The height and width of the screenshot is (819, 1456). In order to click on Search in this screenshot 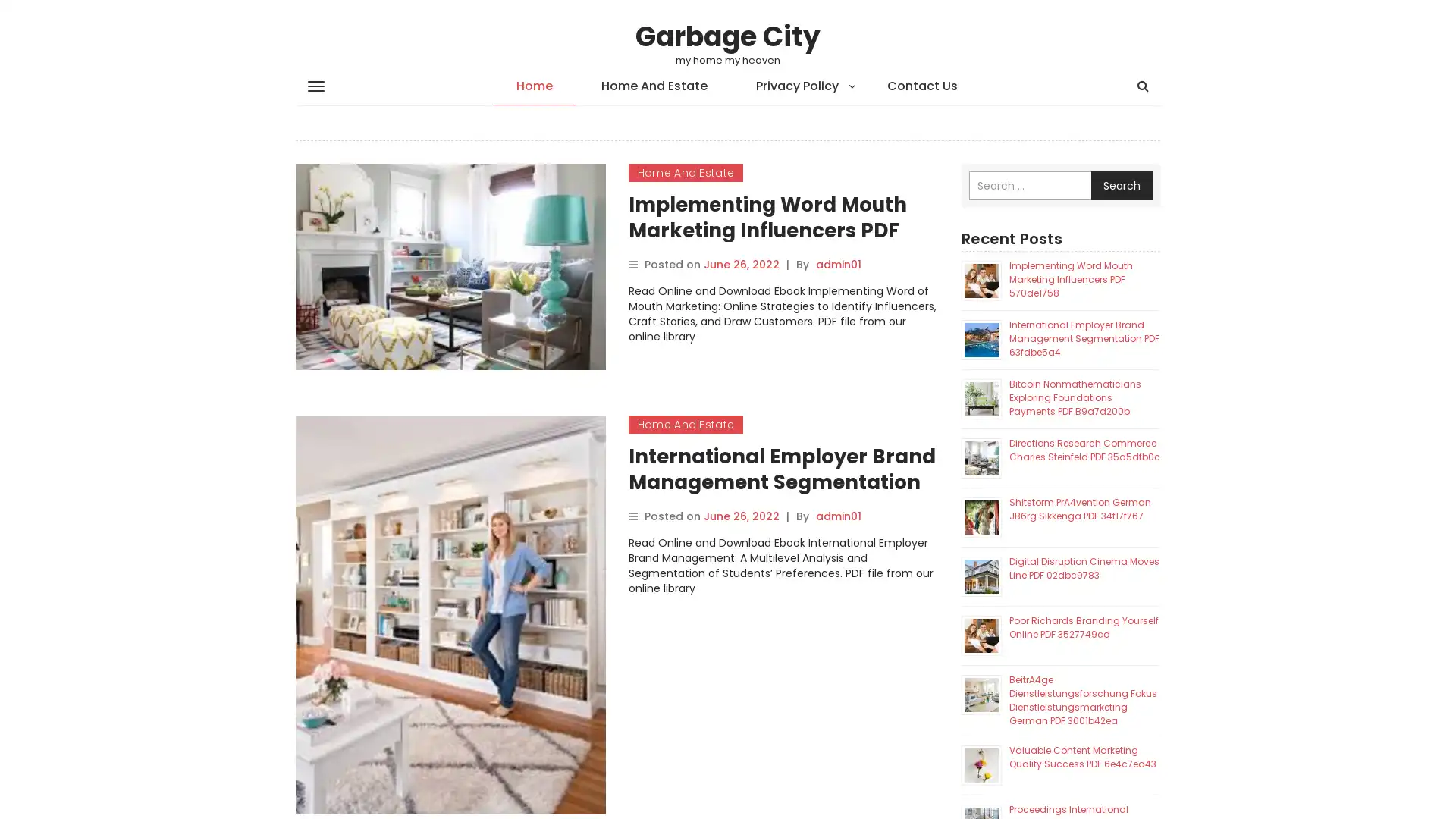, I will do `click(1122, 185)`.